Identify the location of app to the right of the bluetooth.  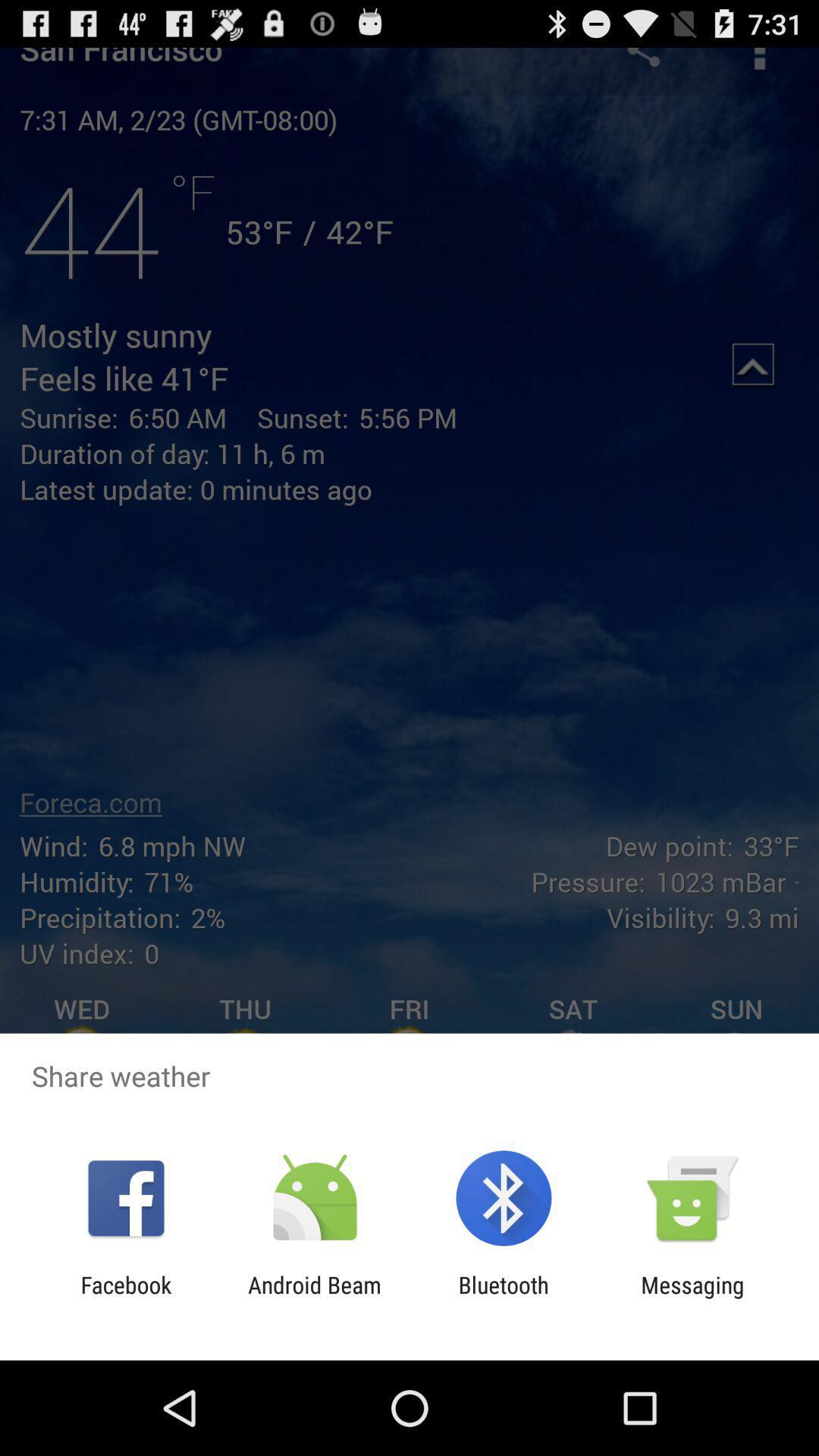
(692, 1298).